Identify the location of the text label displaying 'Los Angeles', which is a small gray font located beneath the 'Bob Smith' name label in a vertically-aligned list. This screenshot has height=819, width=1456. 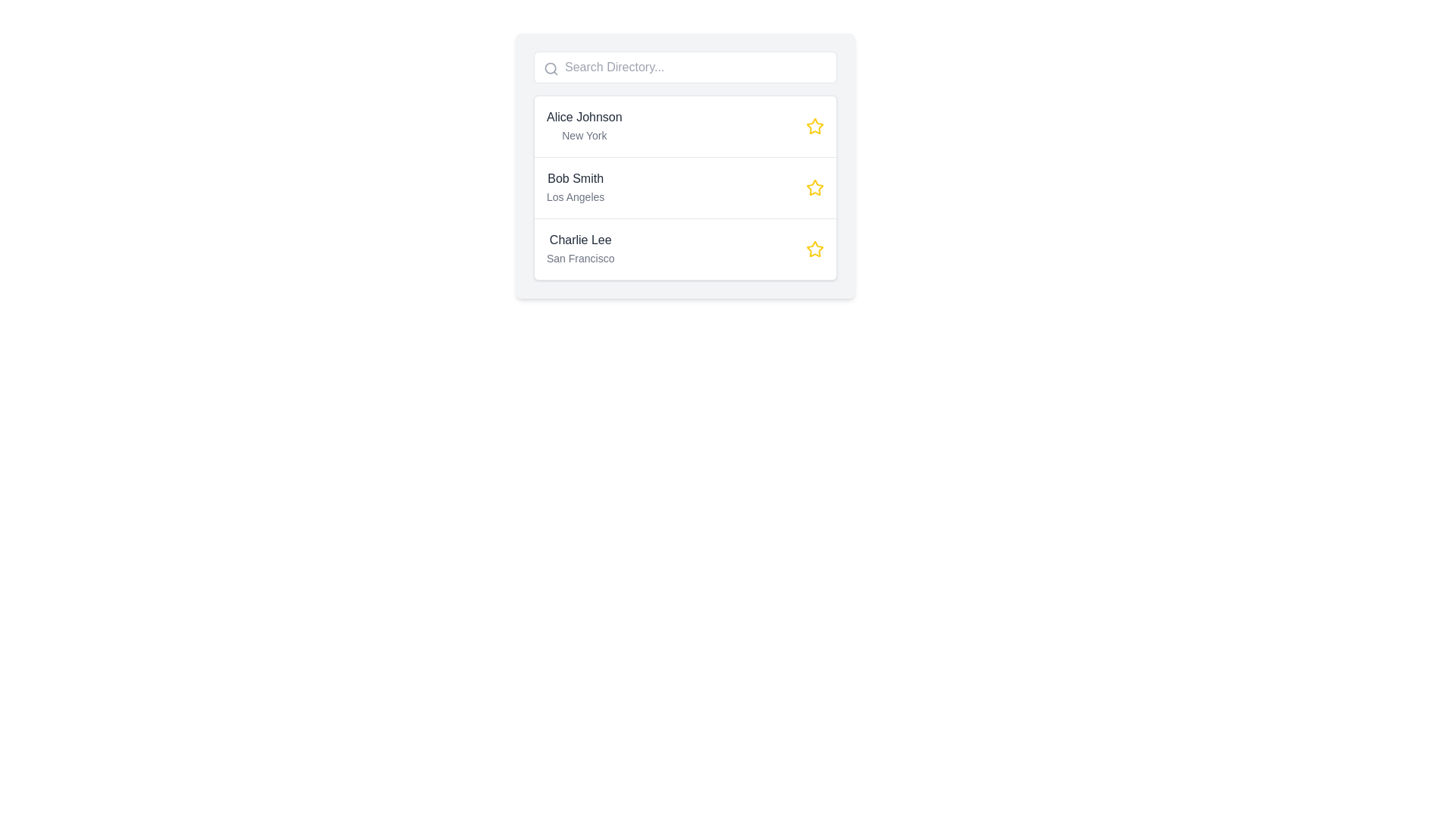
(575, 196).